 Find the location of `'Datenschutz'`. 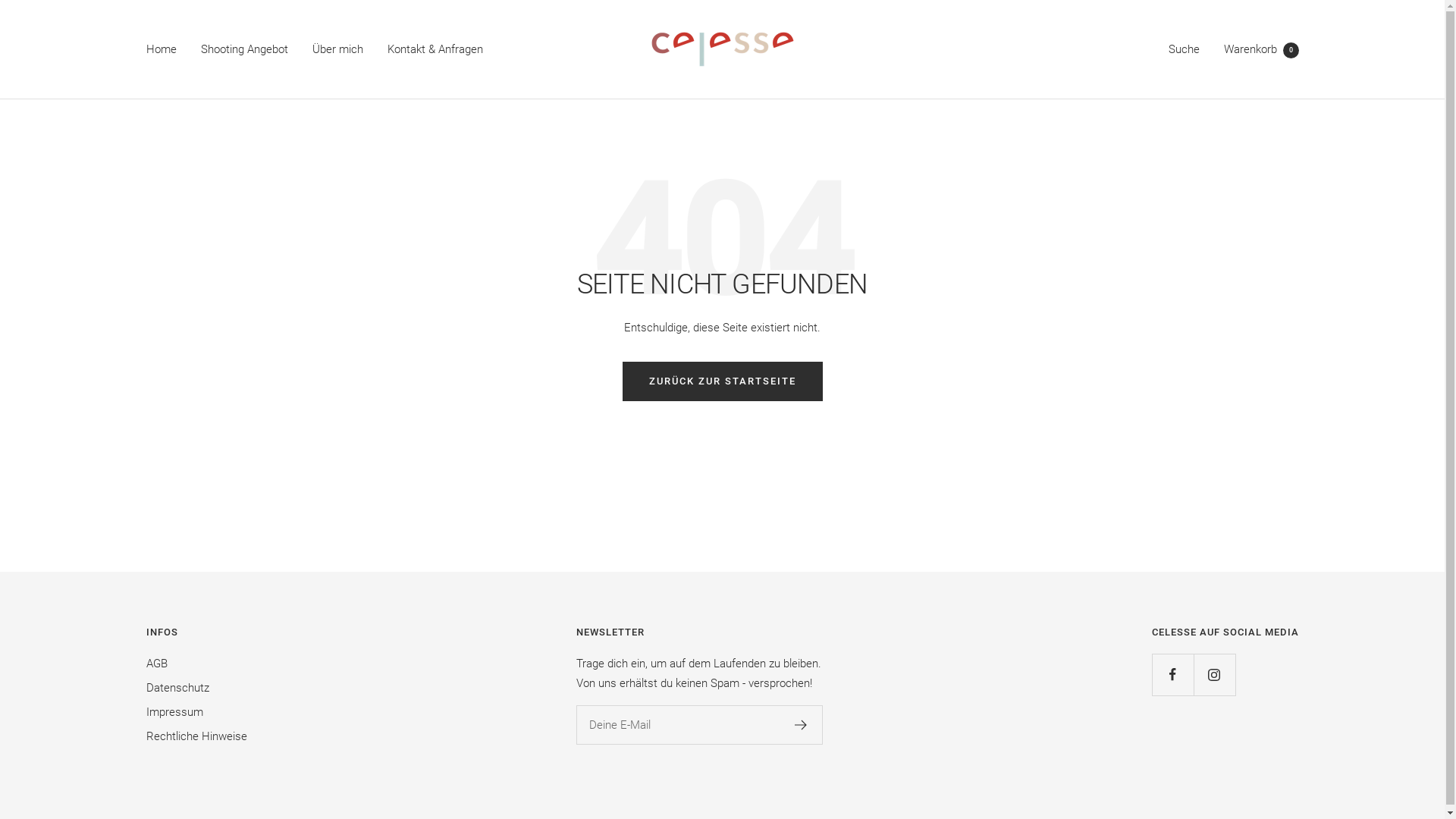

'Datenschutz' is located at coordinates (177, 687).